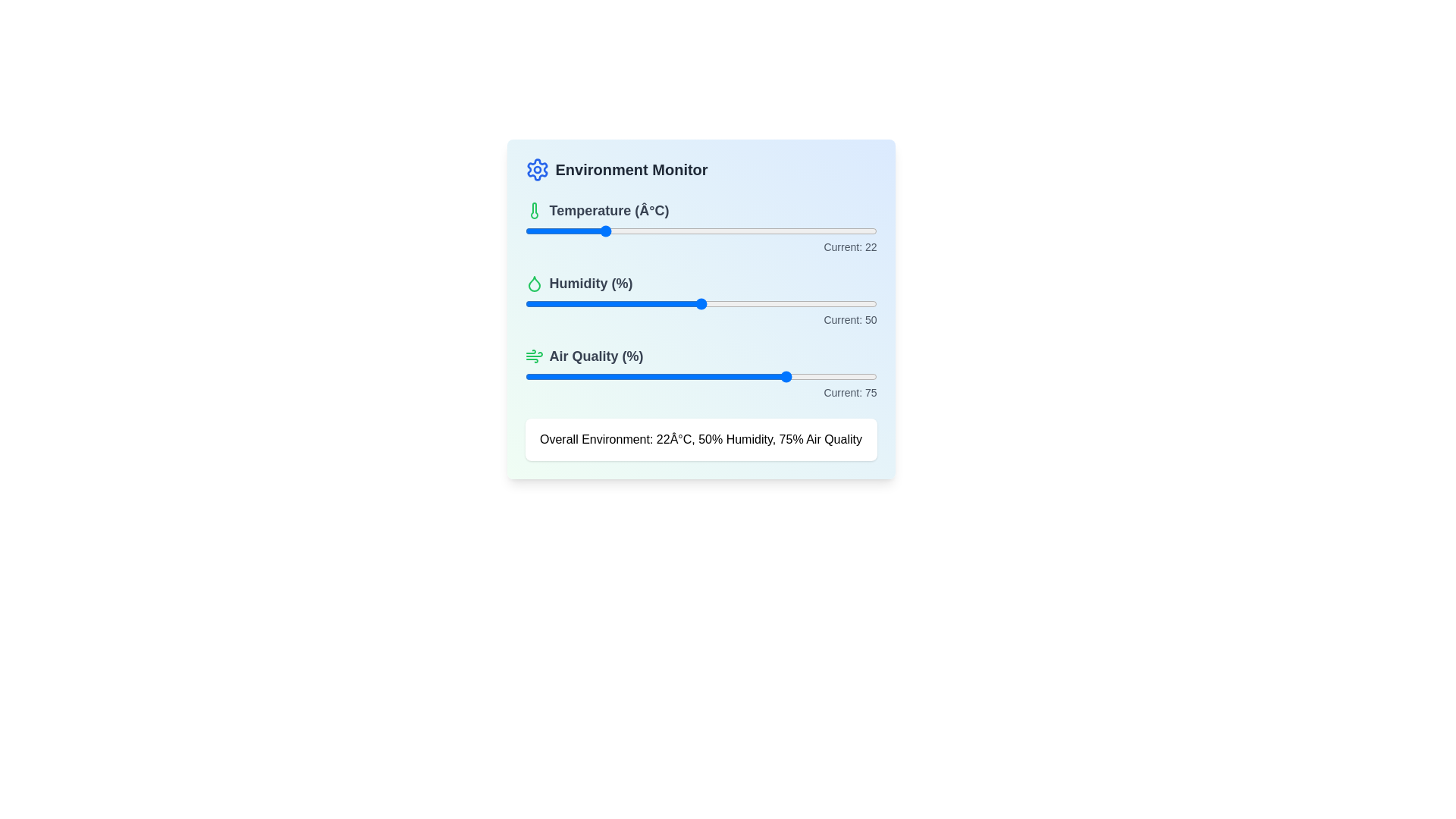  What do you see at coordinates (672, 231) in the screenshot?
I see `the temperature slider to set the temperature to 42 degrees Celsius` at bounding box center [672, 231].